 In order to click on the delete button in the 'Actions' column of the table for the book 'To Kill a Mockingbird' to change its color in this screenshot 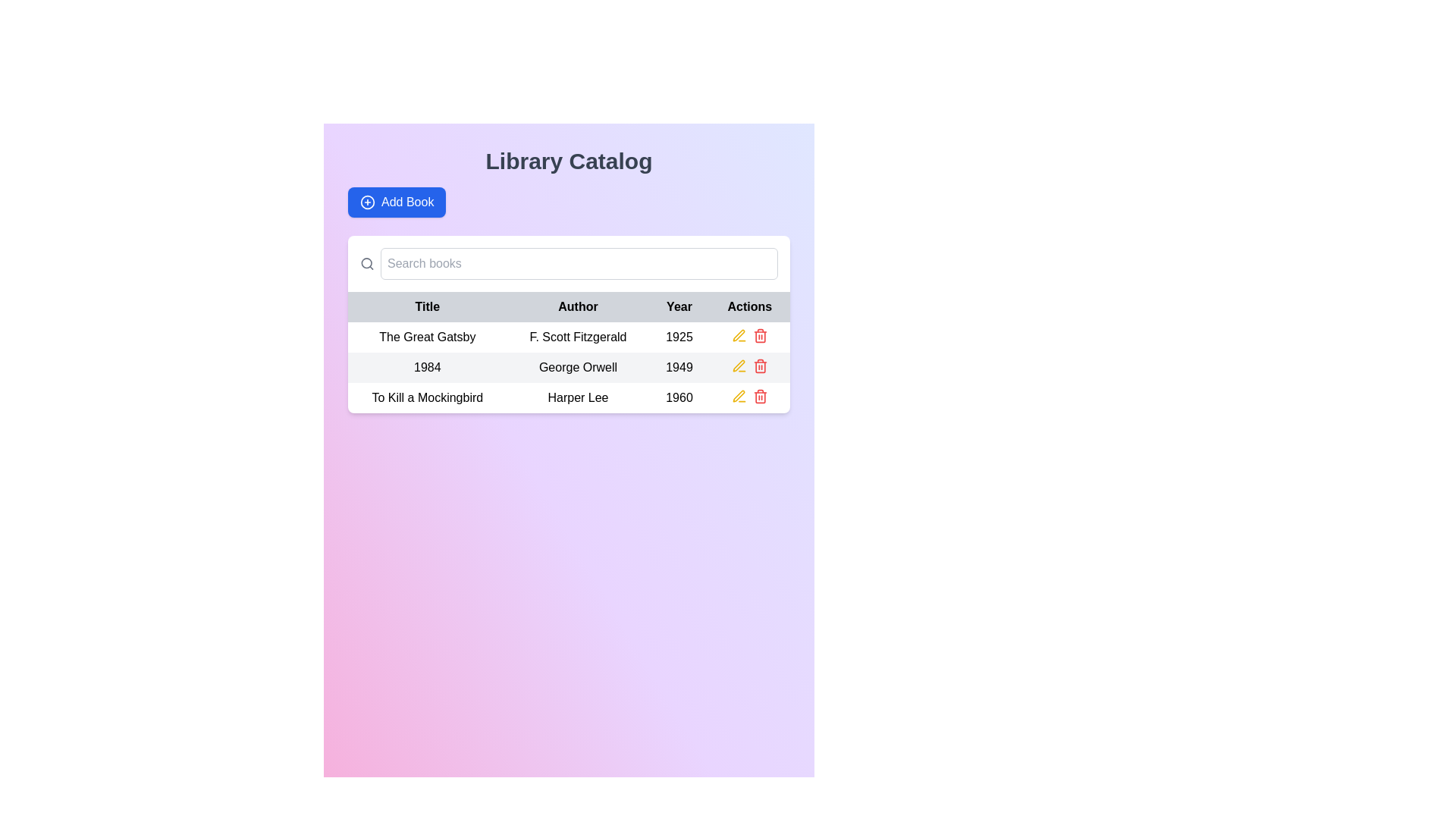, I will do `click(760, 366)`.